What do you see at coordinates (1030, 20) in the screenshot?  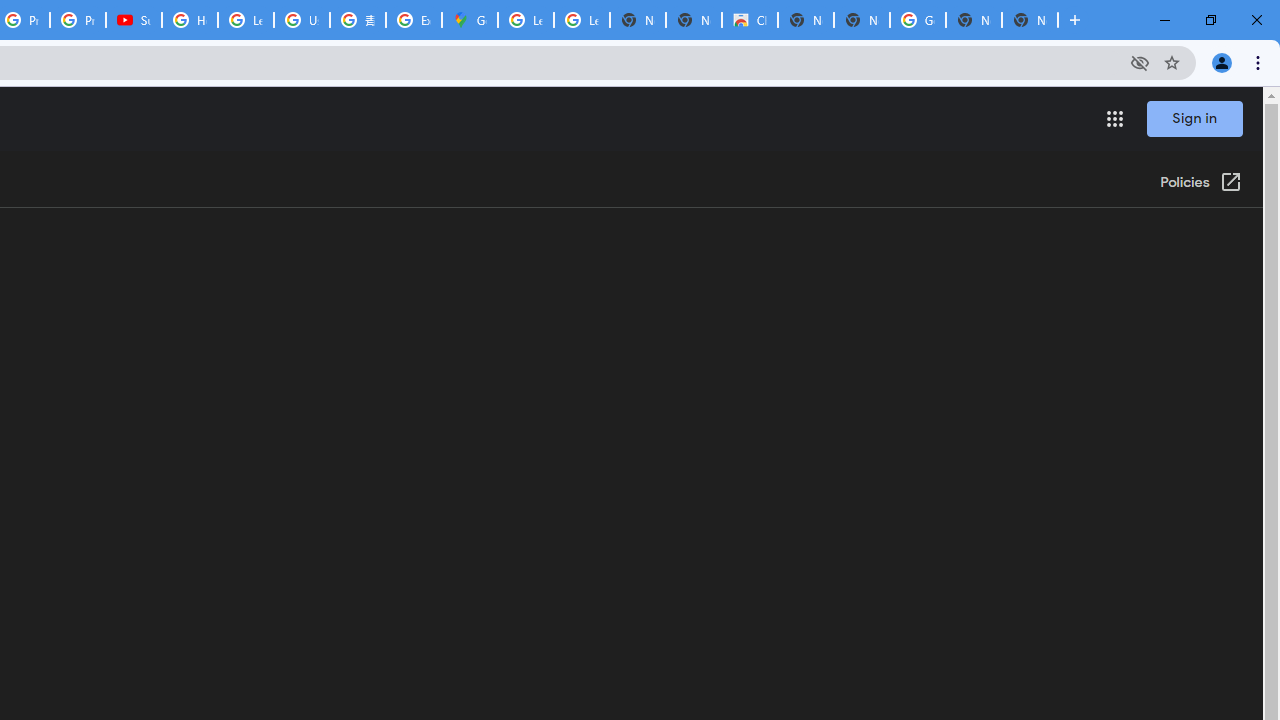 I see `'New Tab'` at bounding box center [1030, 20].